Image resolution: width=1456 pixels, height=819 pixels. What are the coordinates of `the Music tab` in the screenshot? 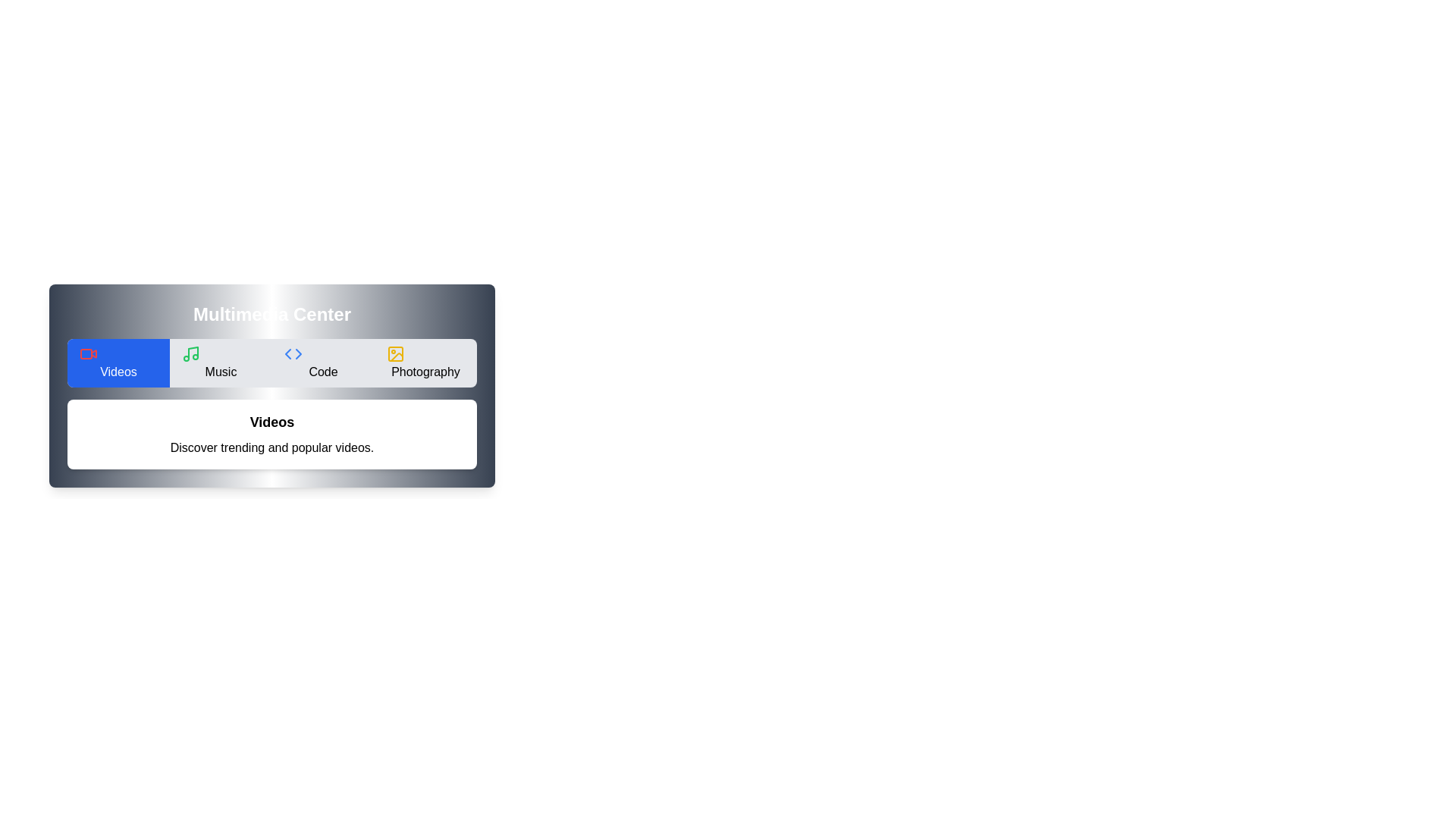 It's located at (220, 362).